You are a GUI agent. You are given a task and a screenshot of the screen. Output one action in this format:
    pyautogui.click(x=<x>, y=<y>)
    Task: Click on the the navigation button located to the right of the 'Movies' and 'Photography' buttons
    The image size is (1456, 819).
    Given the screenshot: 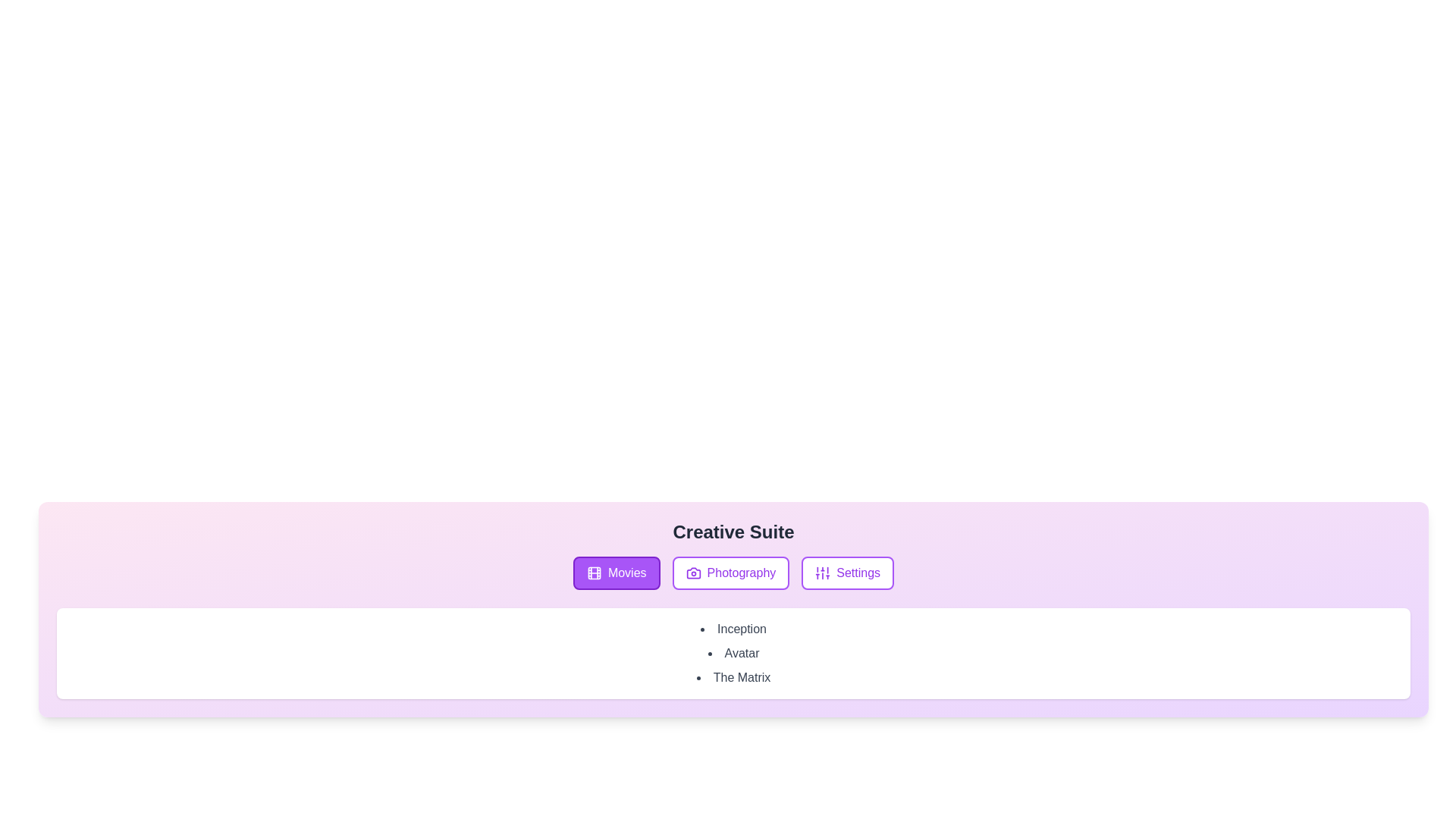 What is the action you would take?
    pyautogui.click(x=847, y=573)
    